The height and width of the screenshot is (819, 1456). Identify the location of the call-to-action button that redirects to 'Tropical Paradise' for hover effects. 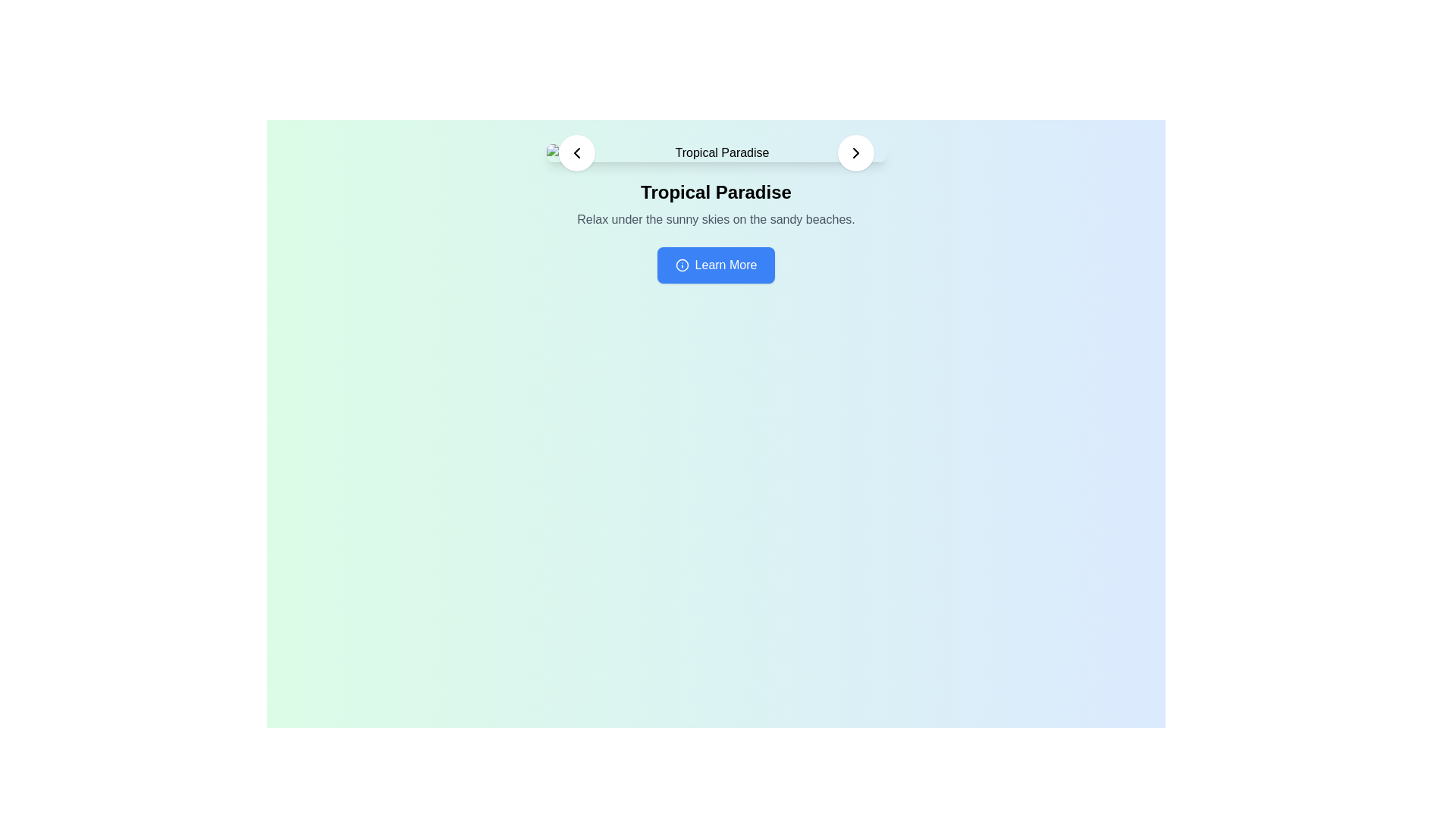
(715, 265).